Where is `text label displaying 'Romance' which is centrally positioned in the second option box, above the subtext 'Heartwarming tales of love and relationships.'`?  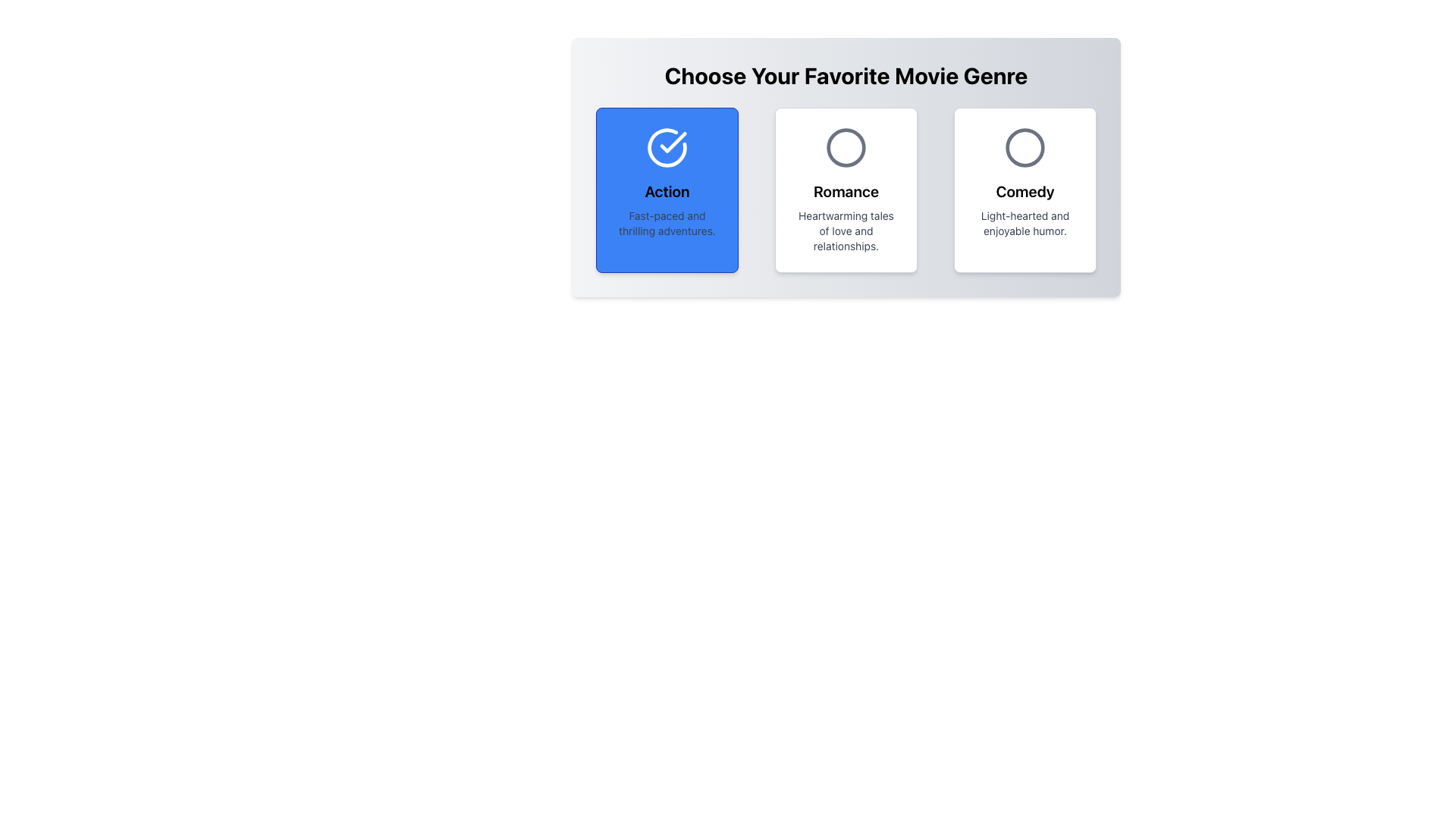
text label displaying 'Romance' which is centrally positioned in the second option box, above the subtext 'Heartwarming tales of love and relationships.' is located at coordinates (845, 191).